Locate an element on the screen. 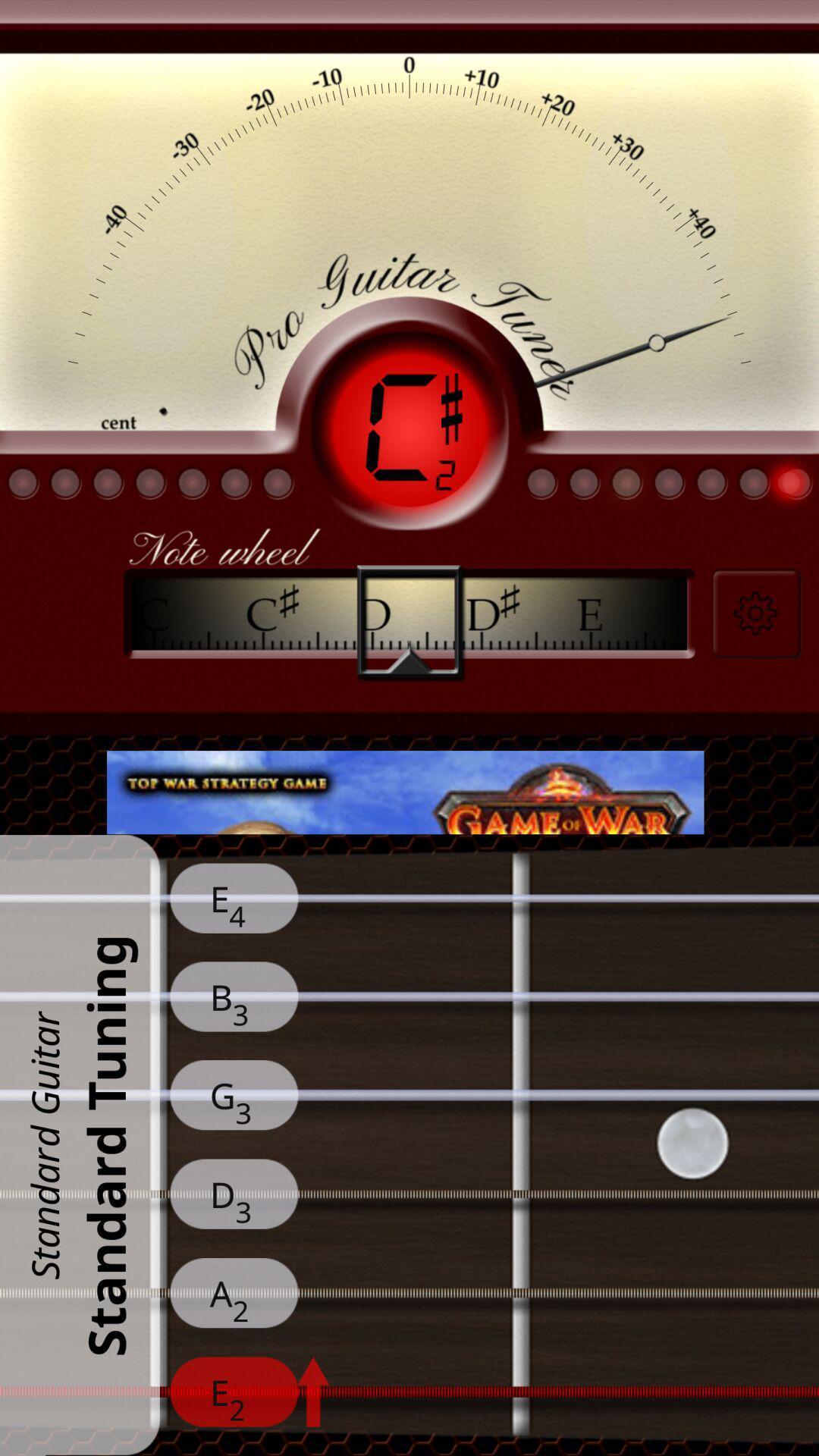  the cirlce which is second right to c2 is located at coordinates (583, 482).